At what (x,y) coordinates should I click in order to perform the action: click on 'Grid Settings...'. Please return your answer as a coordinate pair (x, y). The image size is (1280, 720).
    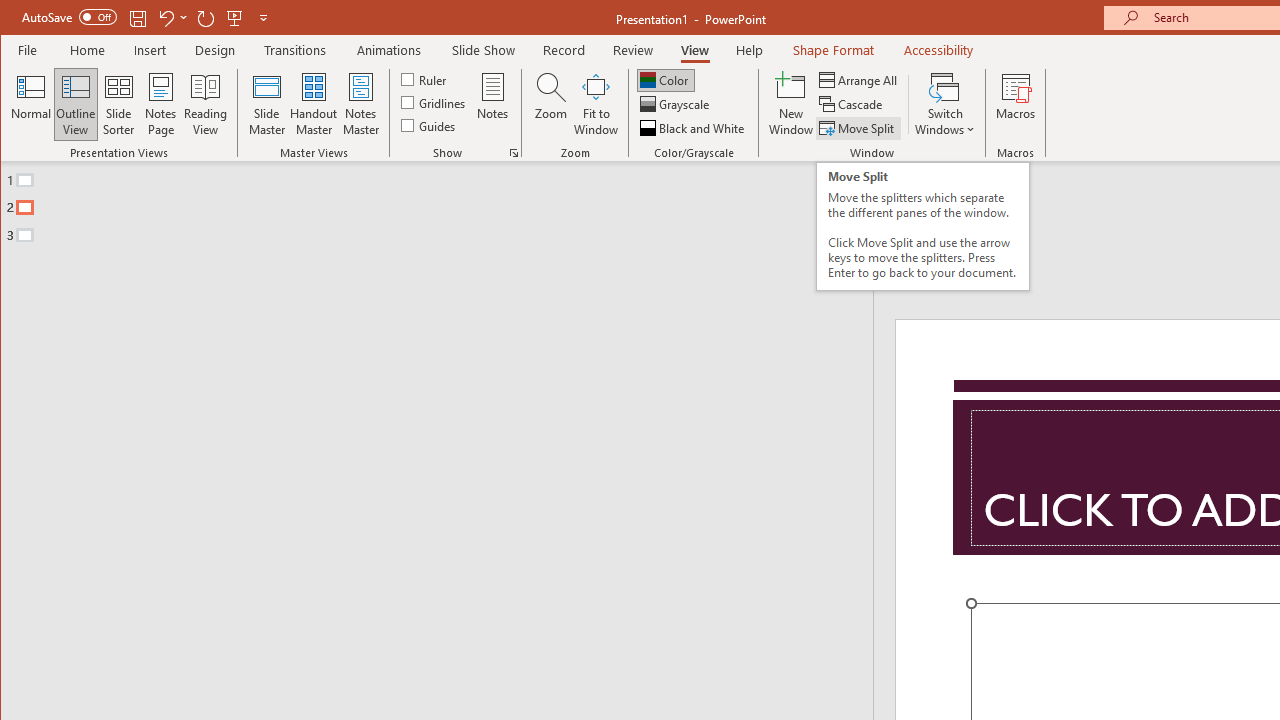
    Looking at the image, I should click on (513, 152).